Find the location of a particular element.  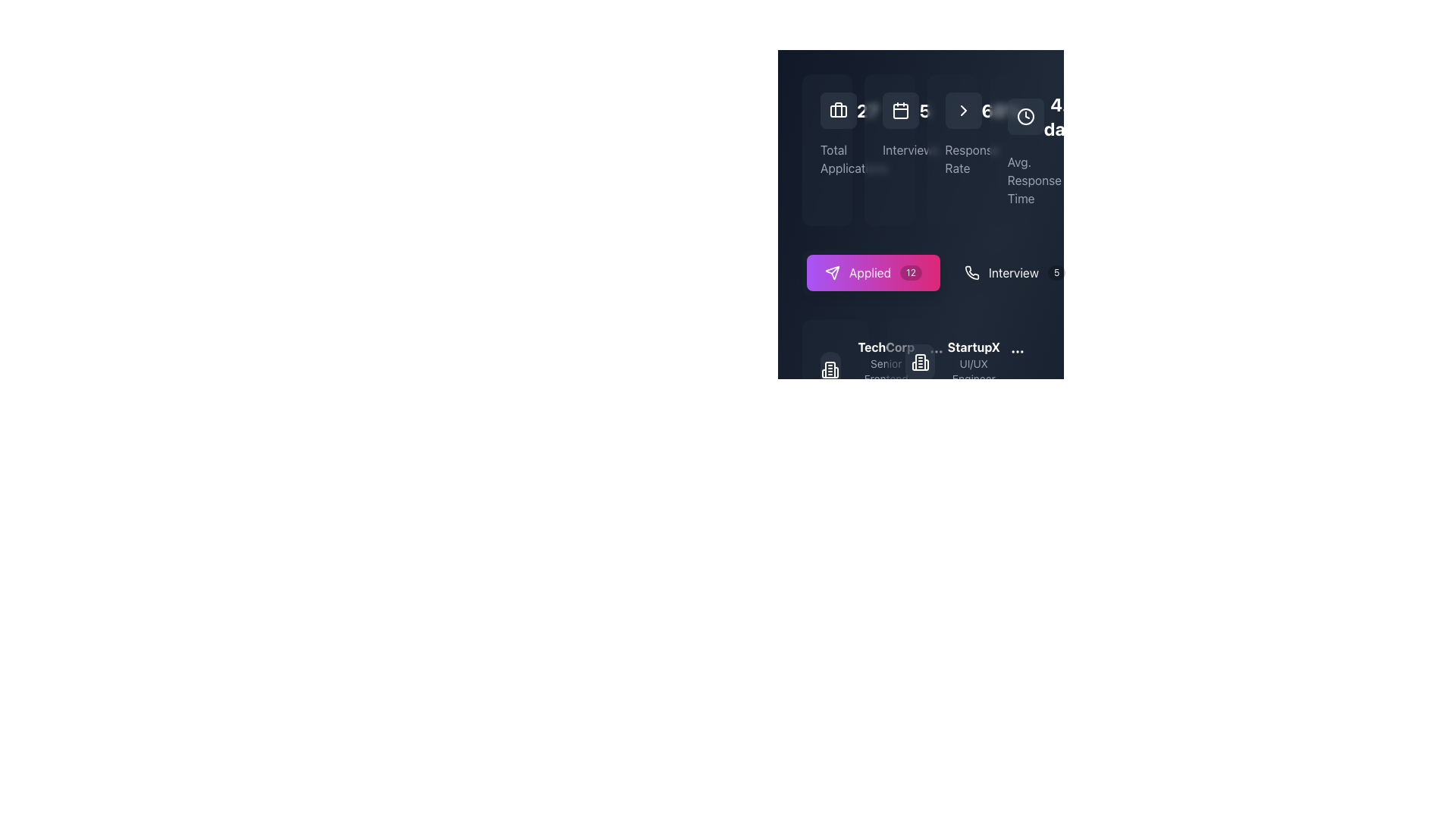

the text label displaying 'UI/UX Engineer' located beneath 'StartupX' in the lower-right section of the interface is located at coordinates (974, 371).